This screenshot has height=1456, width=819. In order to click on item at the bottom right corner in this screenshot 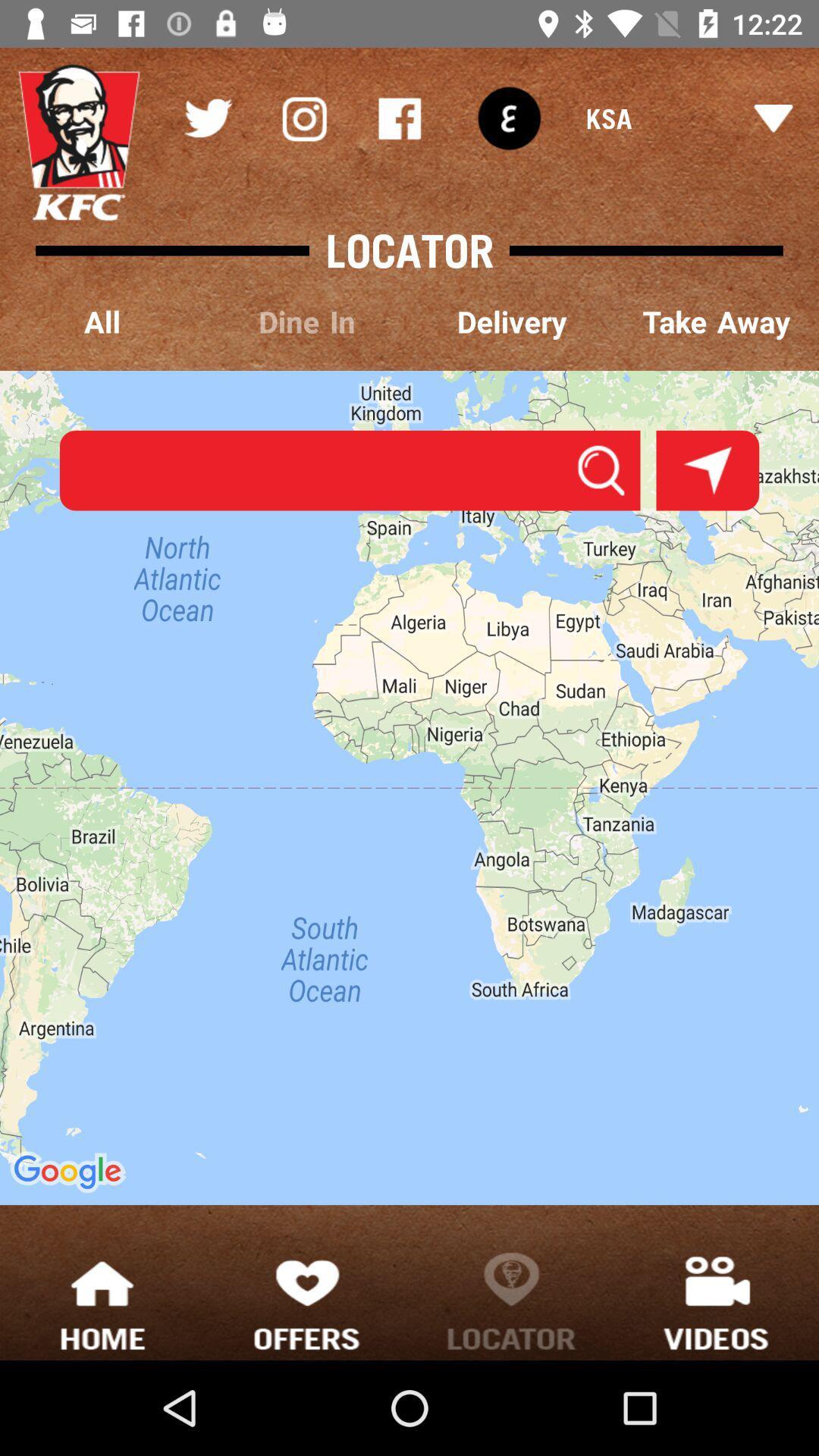, I will do `click(717, 1300)`.